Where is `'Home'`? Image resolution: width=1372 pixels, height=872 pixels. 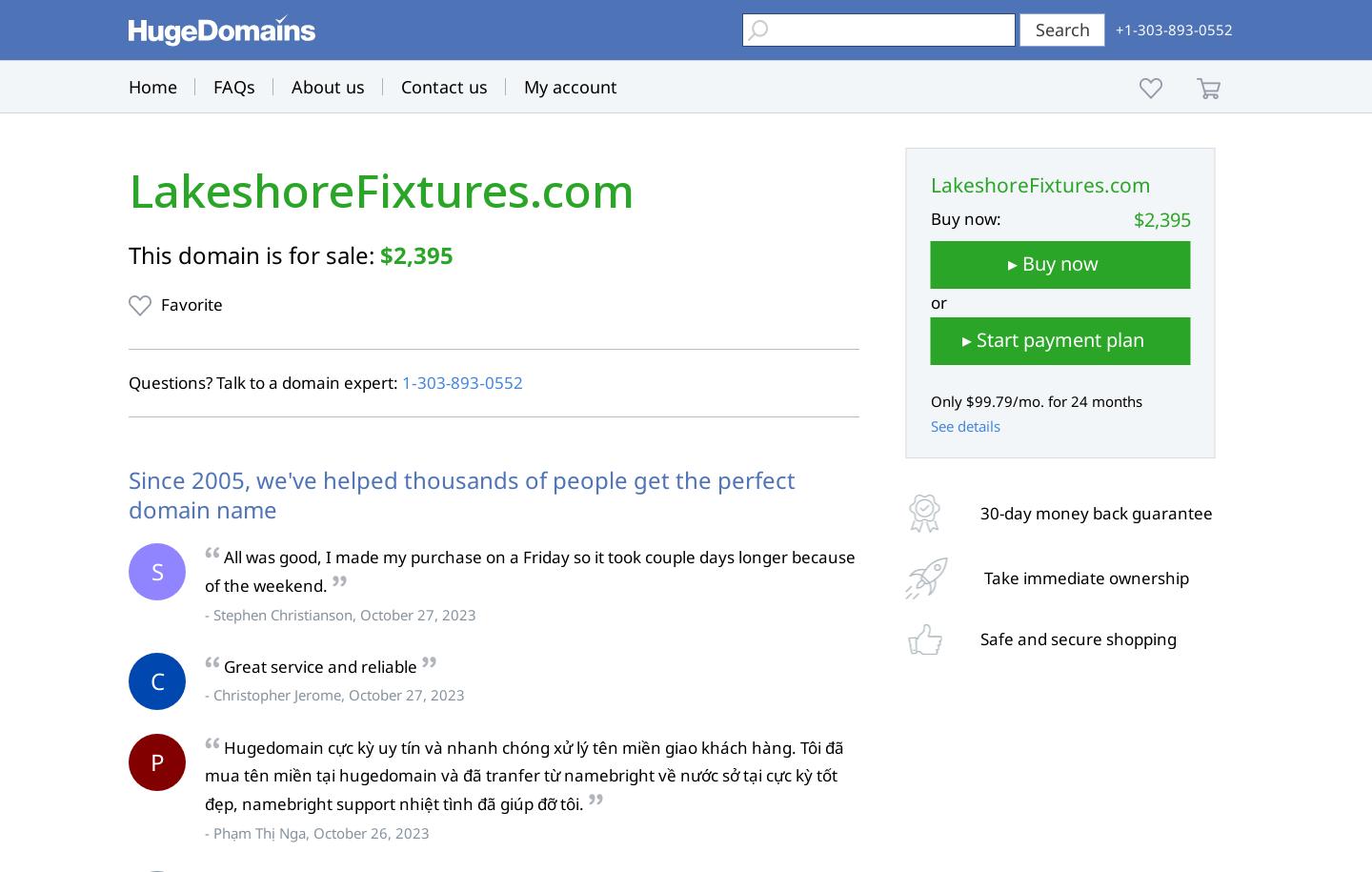
'Home' is located at coordinates (128, 86).